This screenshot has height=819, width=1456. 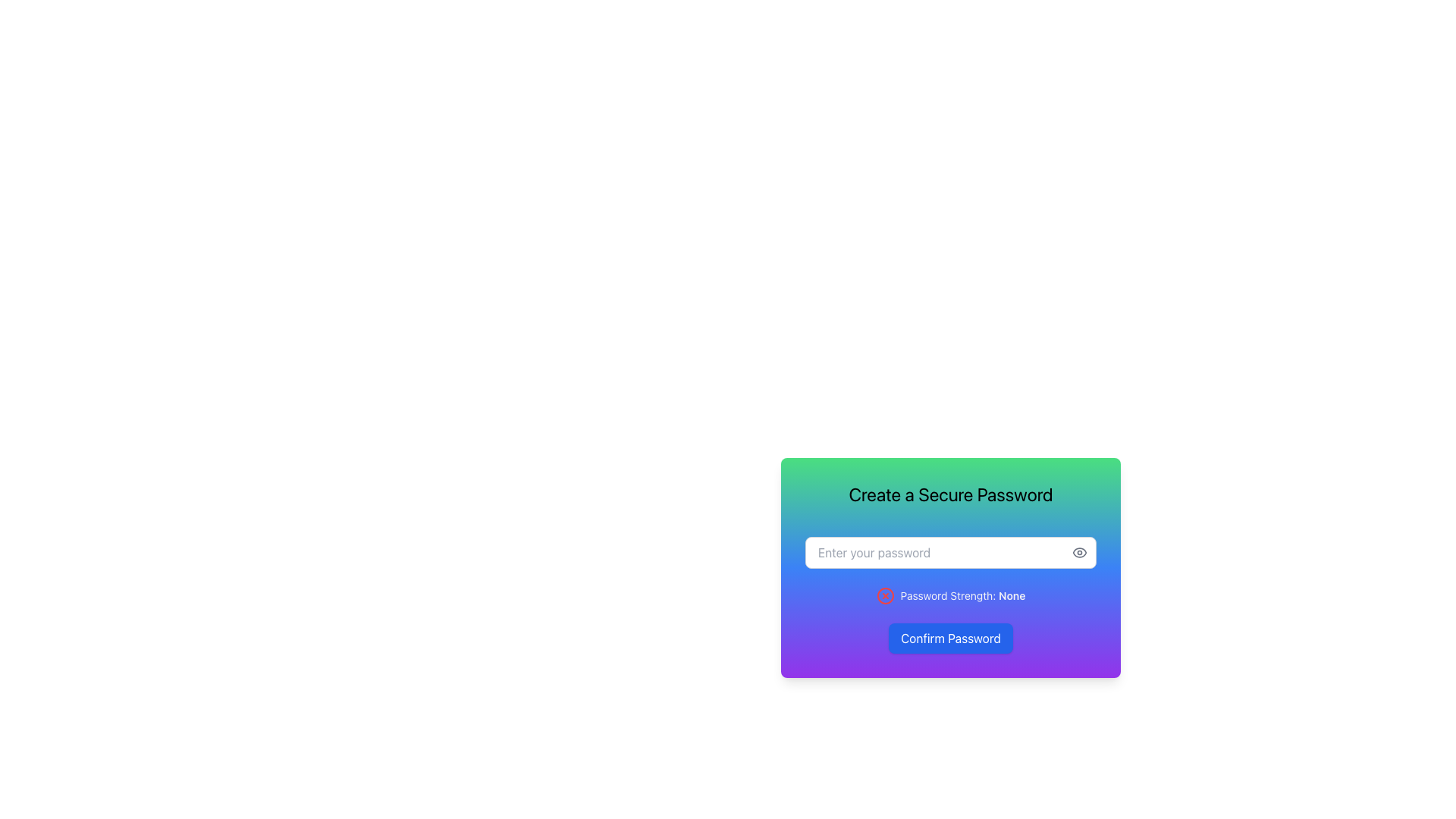 What do you see at coordinates (885, 595) in the screenshot?
I see `the red-themed warning icon indicating password strength next to the text 'Password Strength: None' located below the password input field` at bounding box center [885, 595].